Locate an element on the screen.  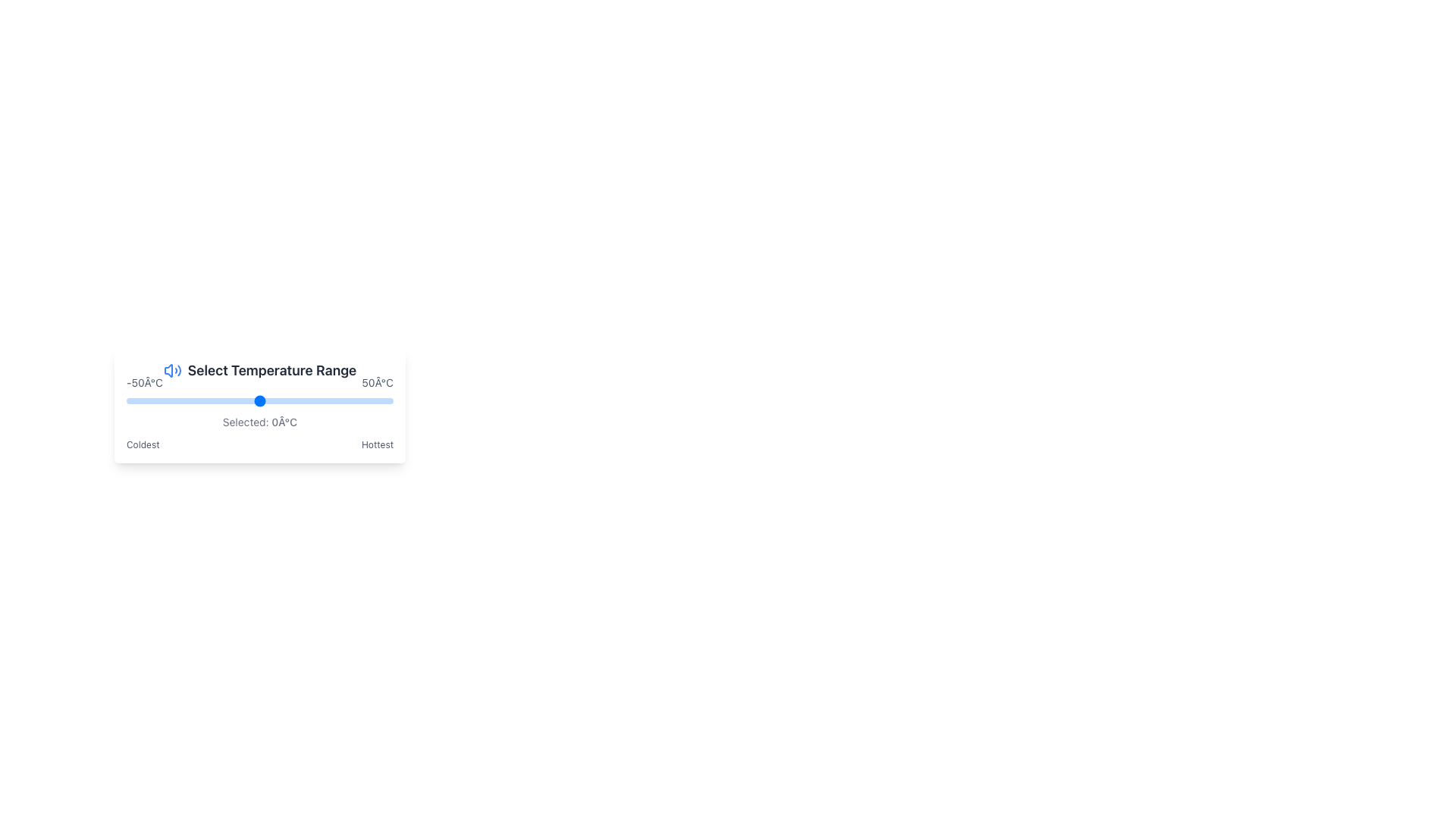
the text label displaying 'Selected: 0°C', which is centrally aligned, styled in gray, and located at the bottom of the temperature selection interface, just above the labels 'Coldest' and 'Hottest' is located at coordinates (259, 422).